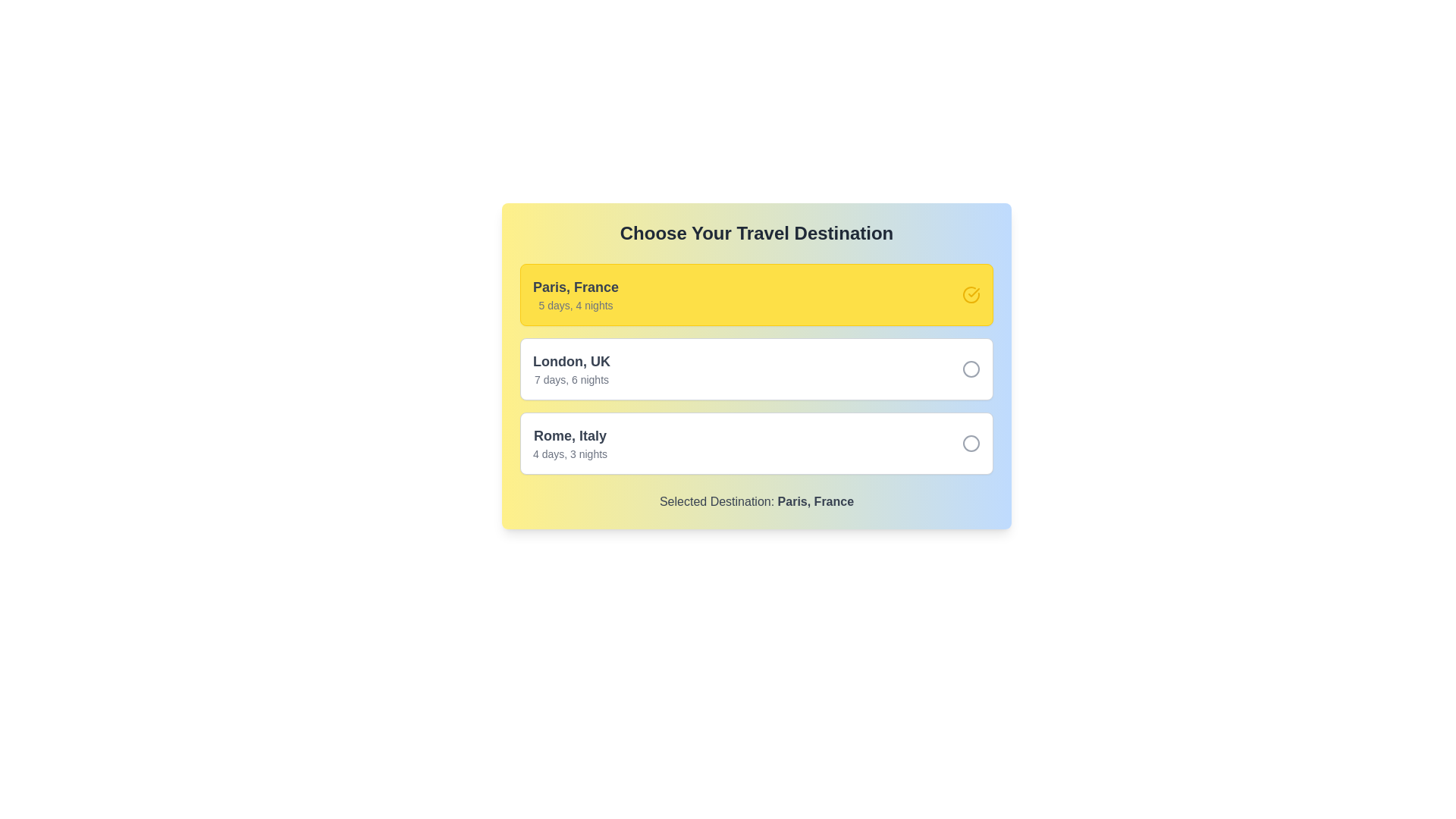 Image resolution: width=1456 pixels, height=819 pixels. I want to click on the travel options card displaying information about 'London, UK', which is the second card in a vertical stack of three cards, so click(757, 366).